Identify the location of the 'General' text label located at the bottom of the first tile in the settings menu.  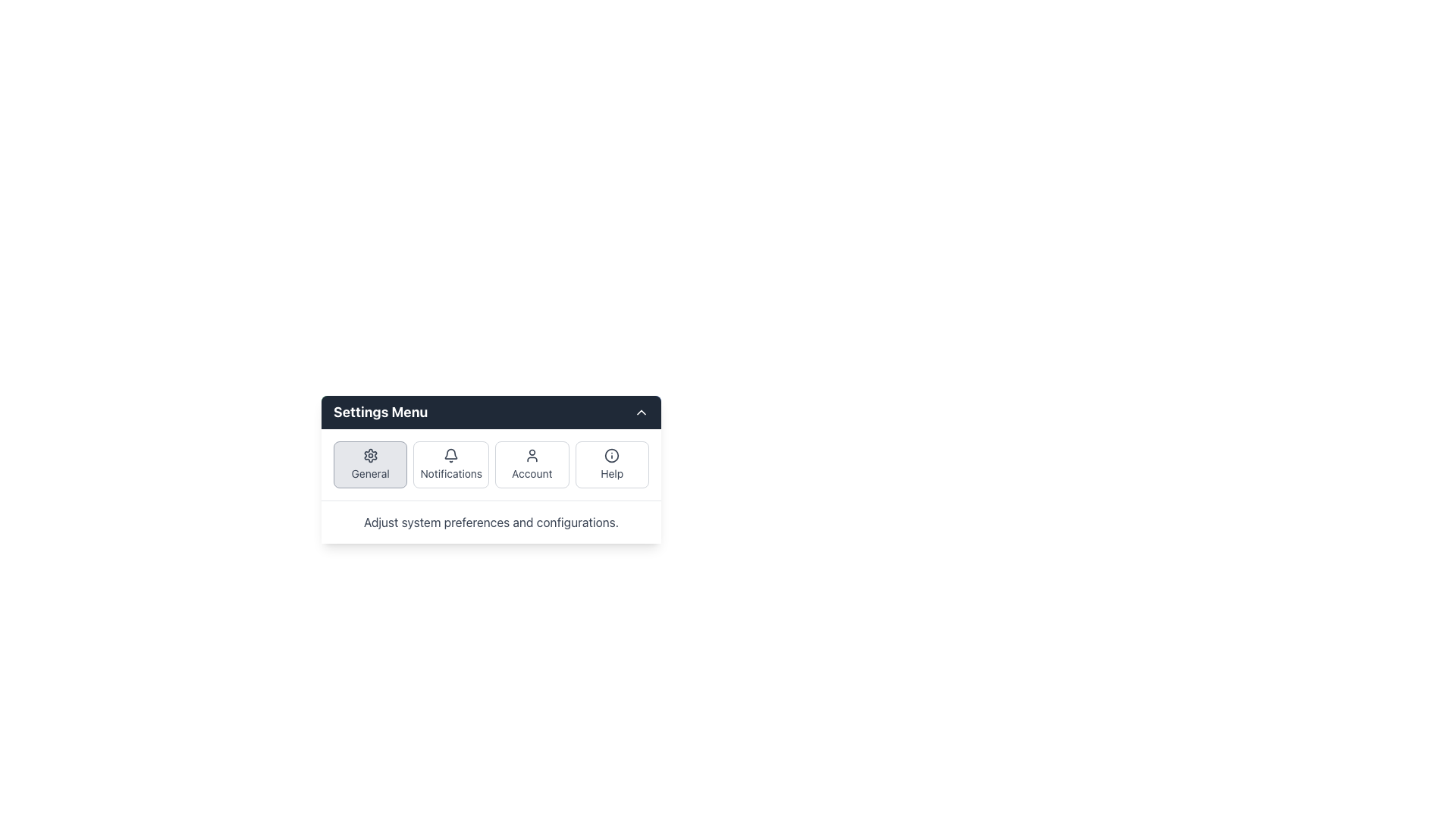
(370, 472).